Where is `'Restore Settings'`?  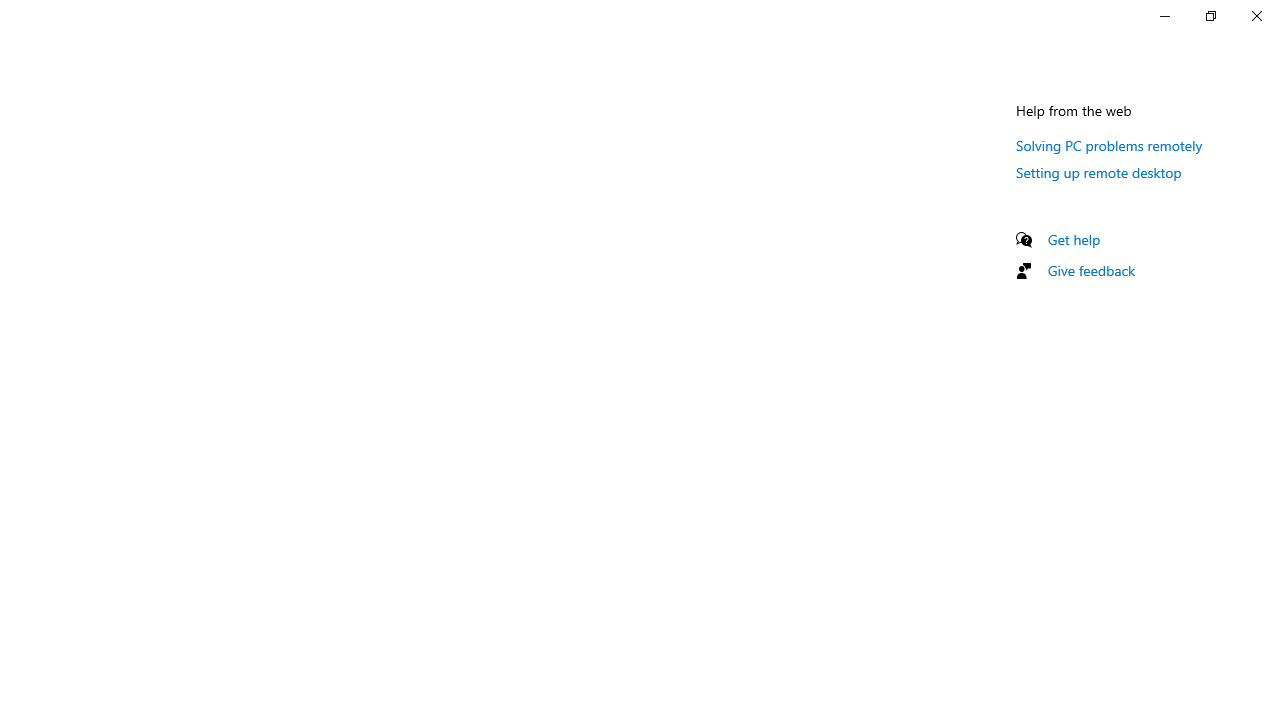
'Restore Settings' is located at coordinates (1209, 15).